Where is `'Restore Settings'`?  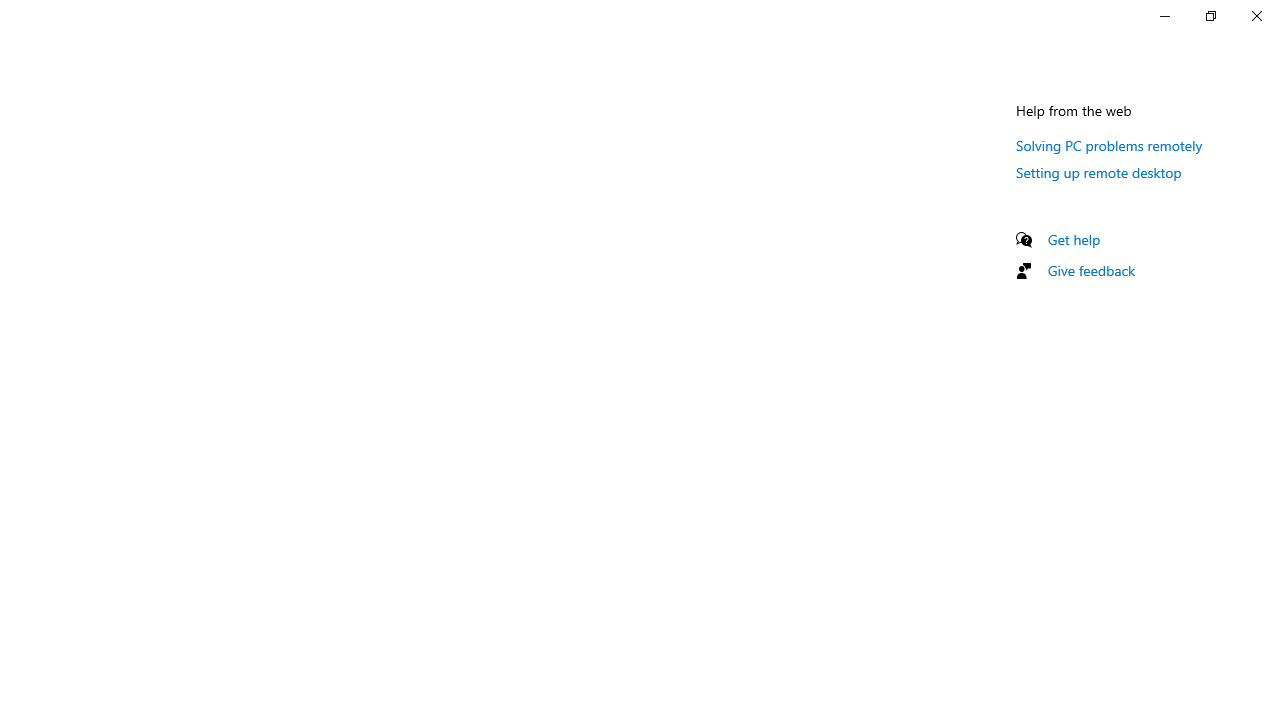
'Restore Settings' is located at coordinates (1209, 15).